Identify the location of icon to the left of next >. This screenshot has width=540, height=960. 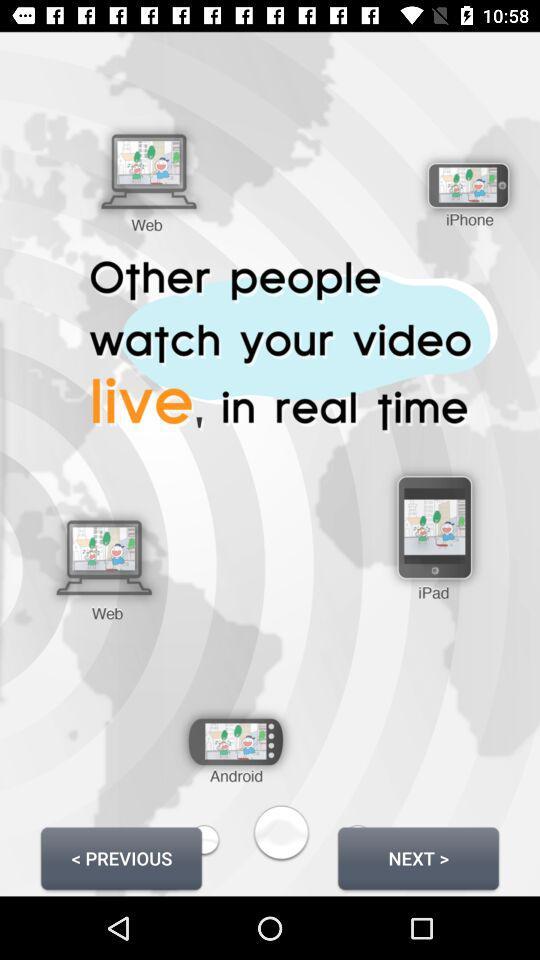
(121, 857).